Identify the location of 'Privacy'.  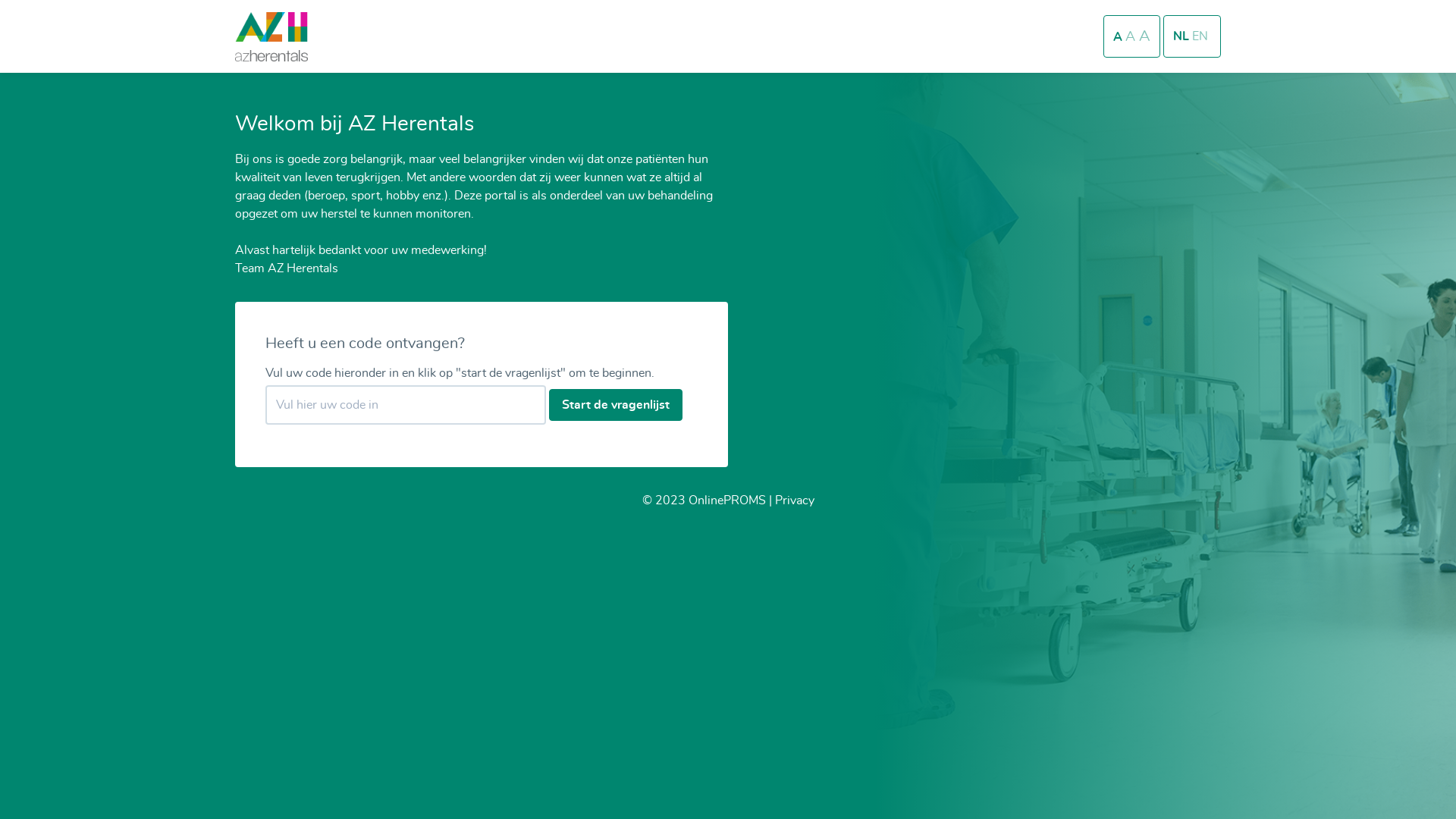
(793, 500).